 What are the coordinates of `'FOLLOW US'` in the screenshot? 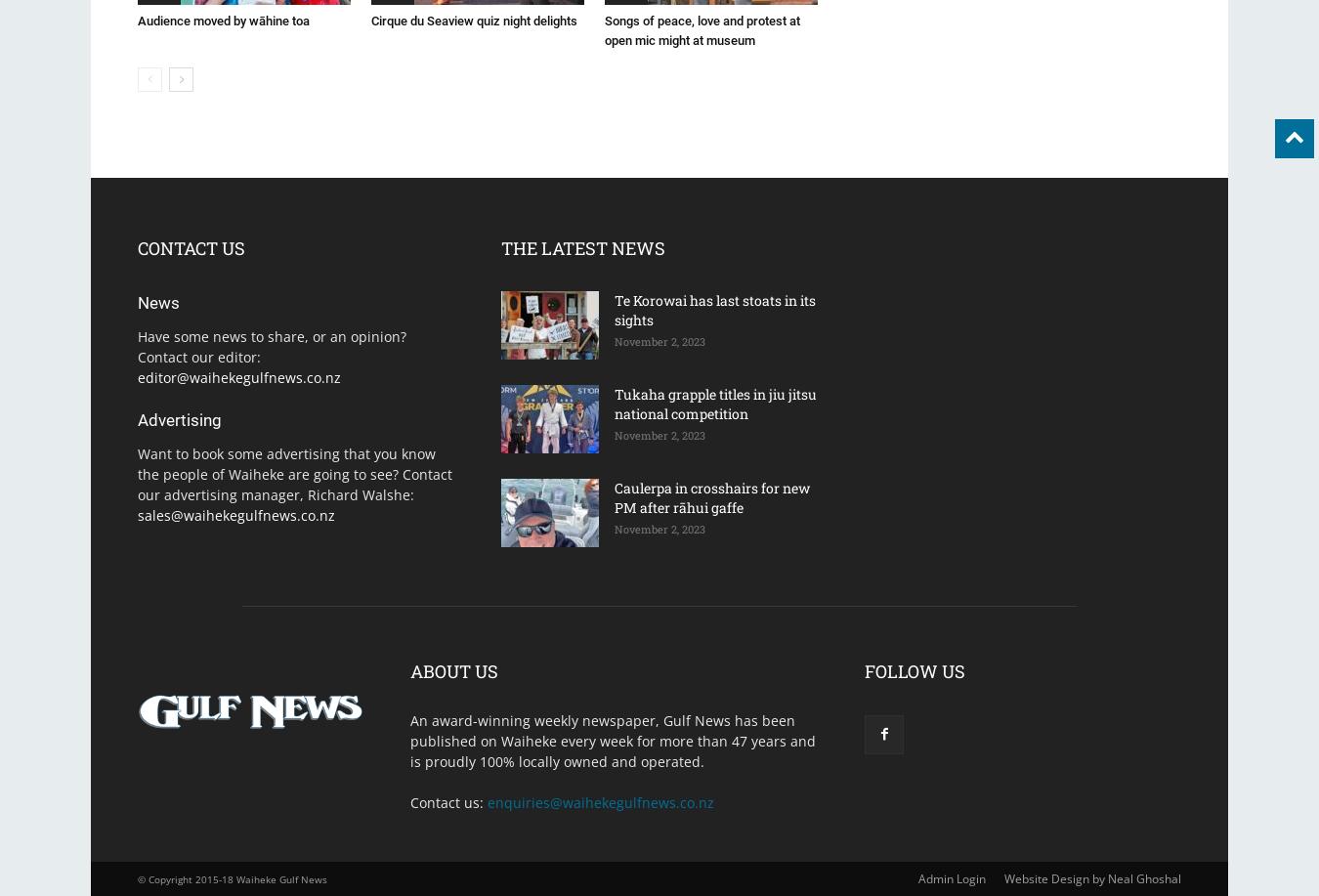 It's located at (914, 671).